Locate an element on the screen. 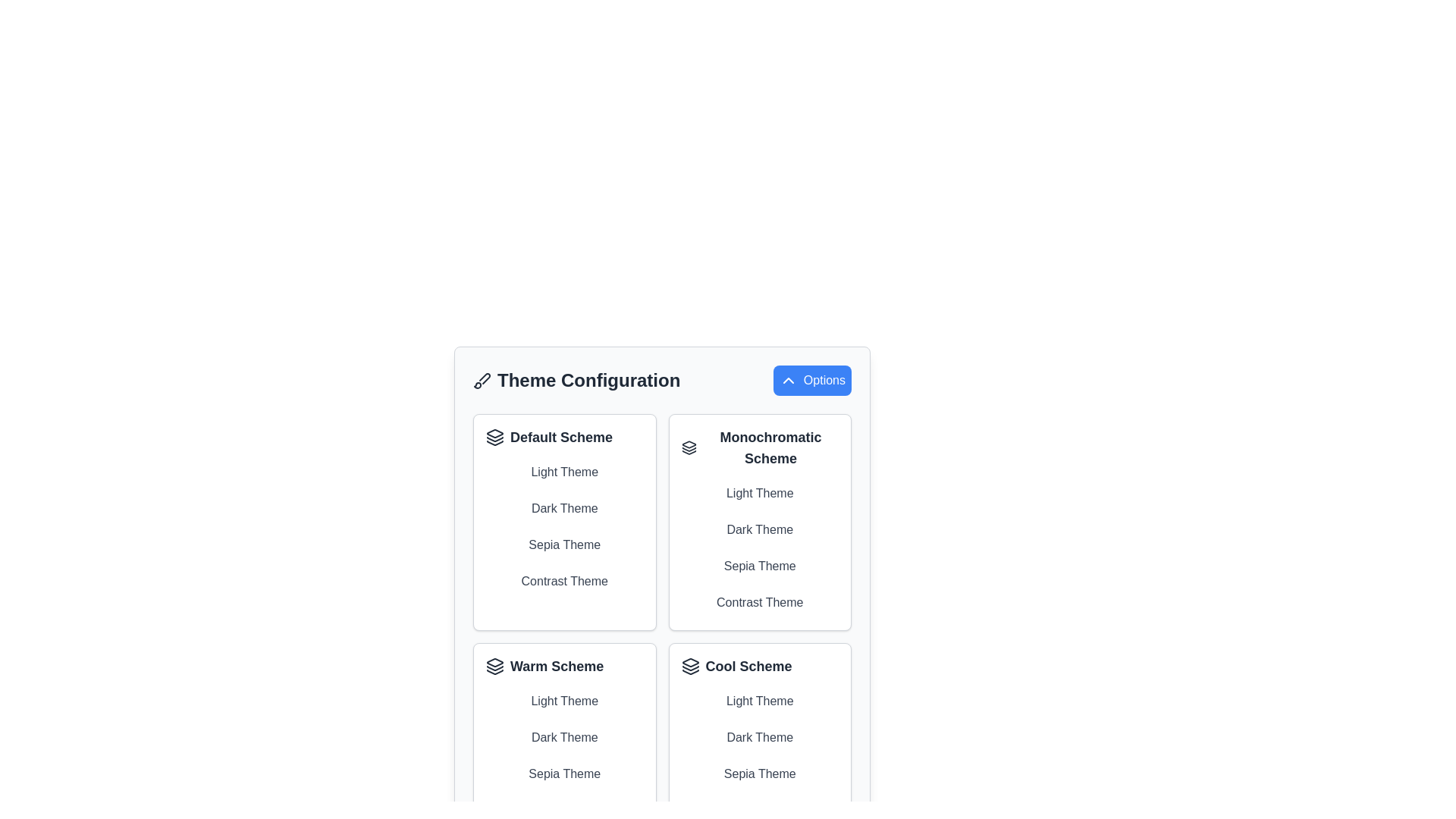 The width and height of the screenshot is (1456, 819). the icon resembling a stack of layers next is located at coordinates (494, 438).